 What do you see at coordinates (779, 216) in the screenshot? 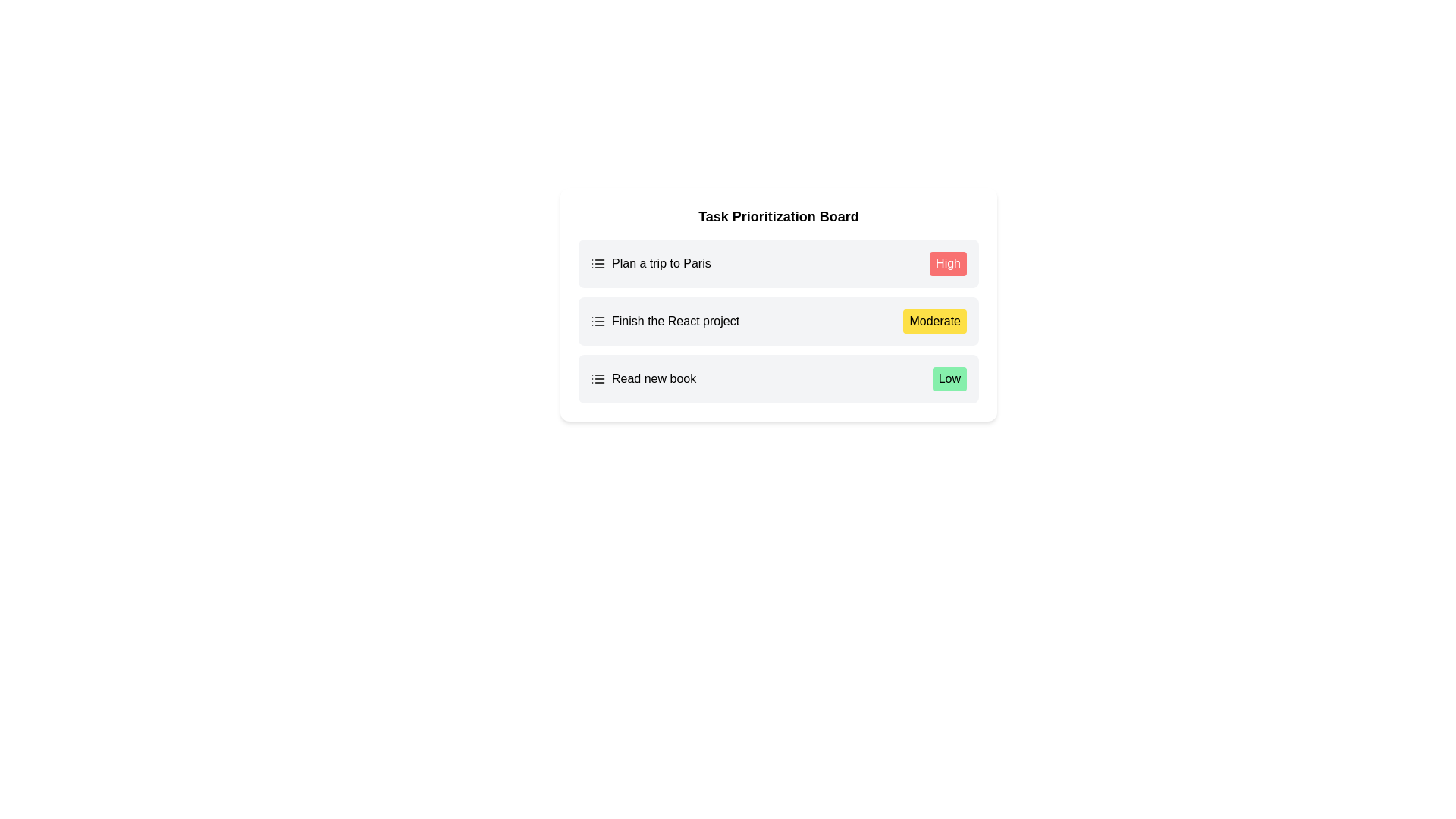
I see `the bold, black-colored header text stating 'Task Prioritization Board' to possibly trigger a tooltip or style change` at bounding box center [779, 216].